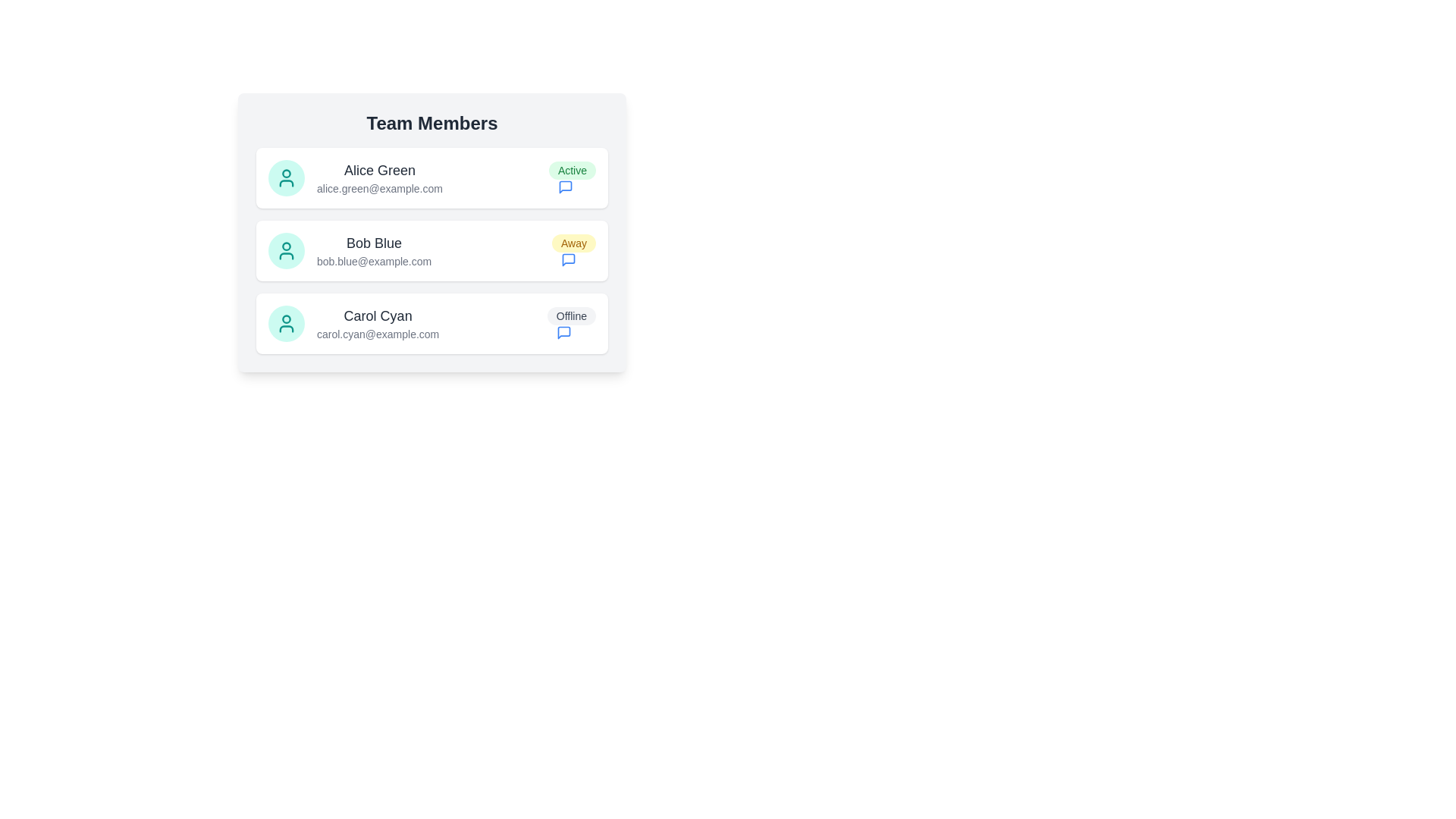 This screenshot has height=819, width=1456. Describe the element at coordinates (573, 250) in the screenshot. I see `the Status indicator for 'Bob Blue', which displays 'Away' in a yellow pill-shaped background next to a blue speech-bubble-like icon` at that location.